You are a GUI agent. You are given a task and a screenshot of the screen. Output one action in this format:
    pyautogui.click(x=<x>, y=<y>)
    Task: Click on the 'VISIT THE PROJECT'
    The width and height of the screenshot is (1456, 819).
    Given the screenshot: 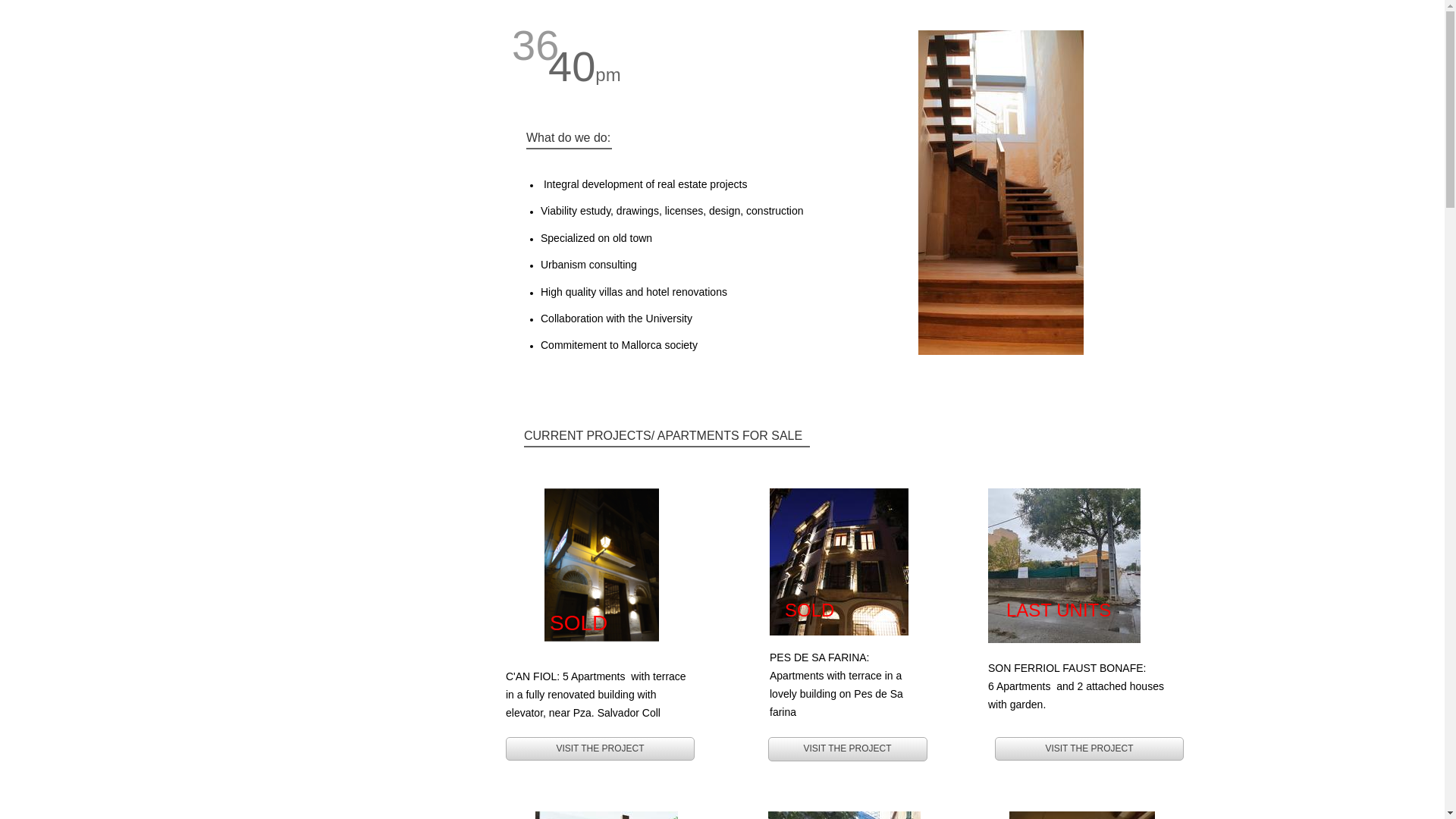 What is the action you would take?
    pyautogui.click(x=994, y=748)
    